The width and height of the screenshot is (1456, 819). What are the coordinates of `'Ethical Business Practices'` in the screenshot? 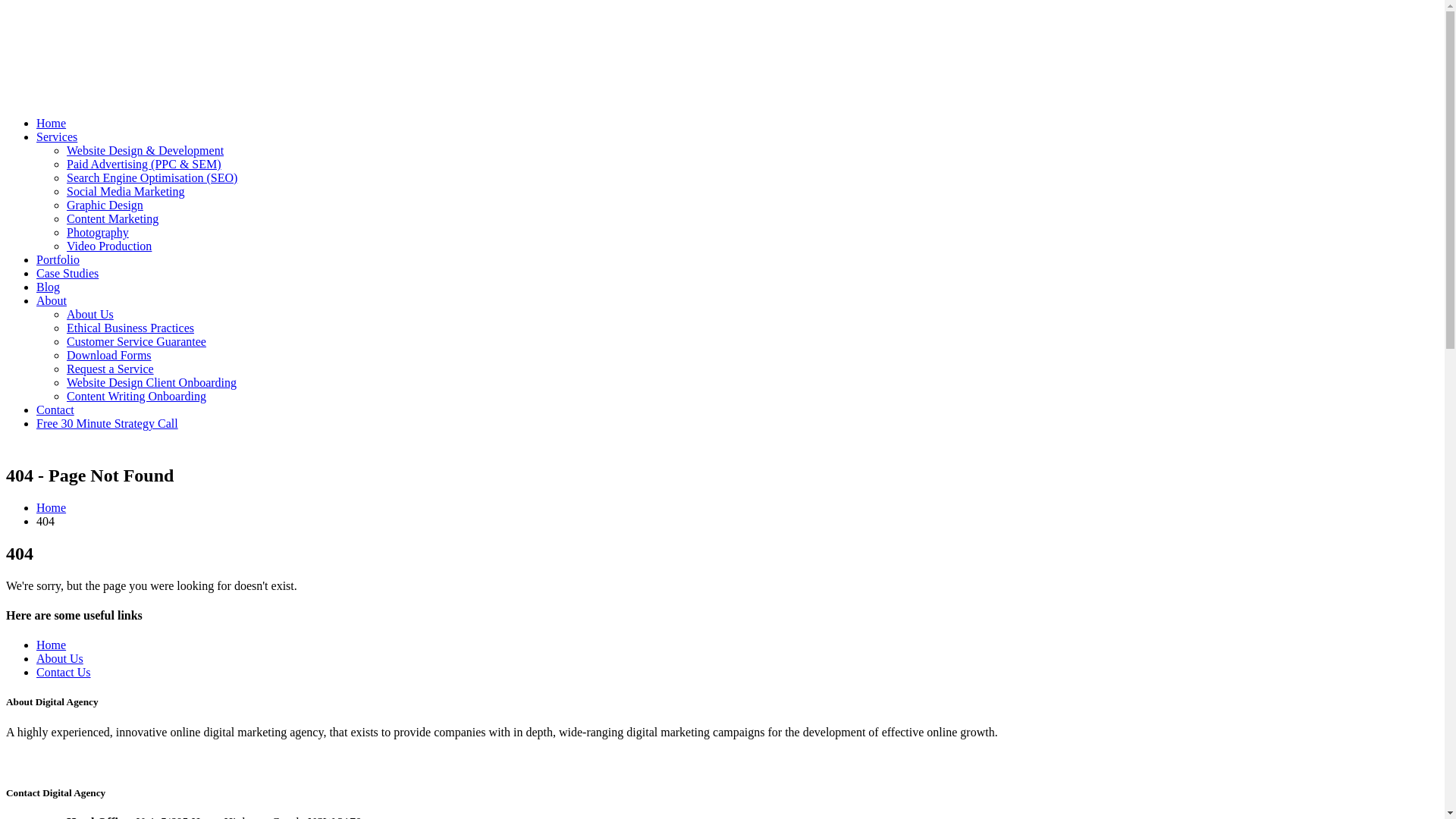 It's located at (130, 327).